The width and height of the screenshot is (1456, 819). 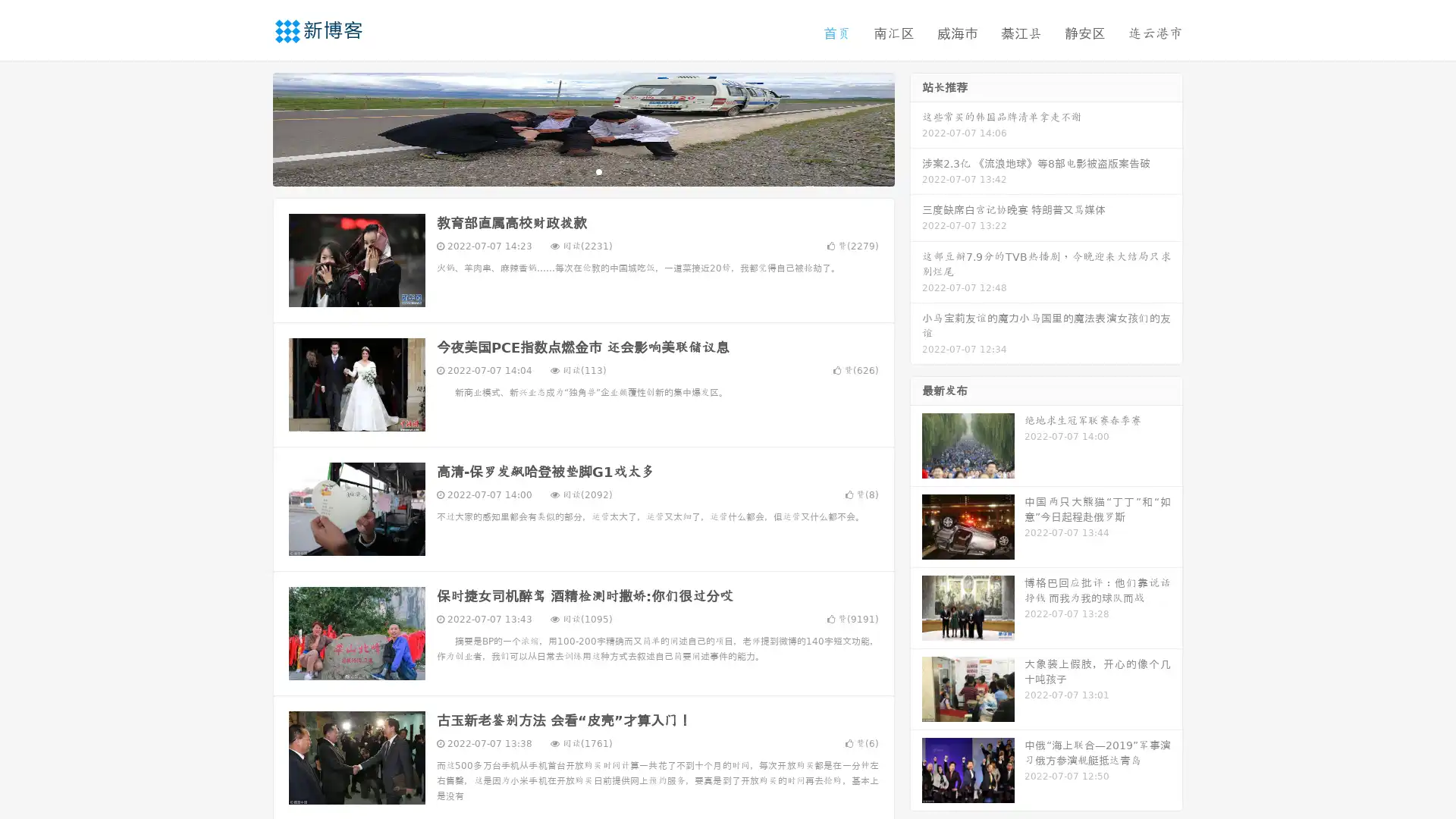 I want to click on Previous slide, so click(x=250, y=127).